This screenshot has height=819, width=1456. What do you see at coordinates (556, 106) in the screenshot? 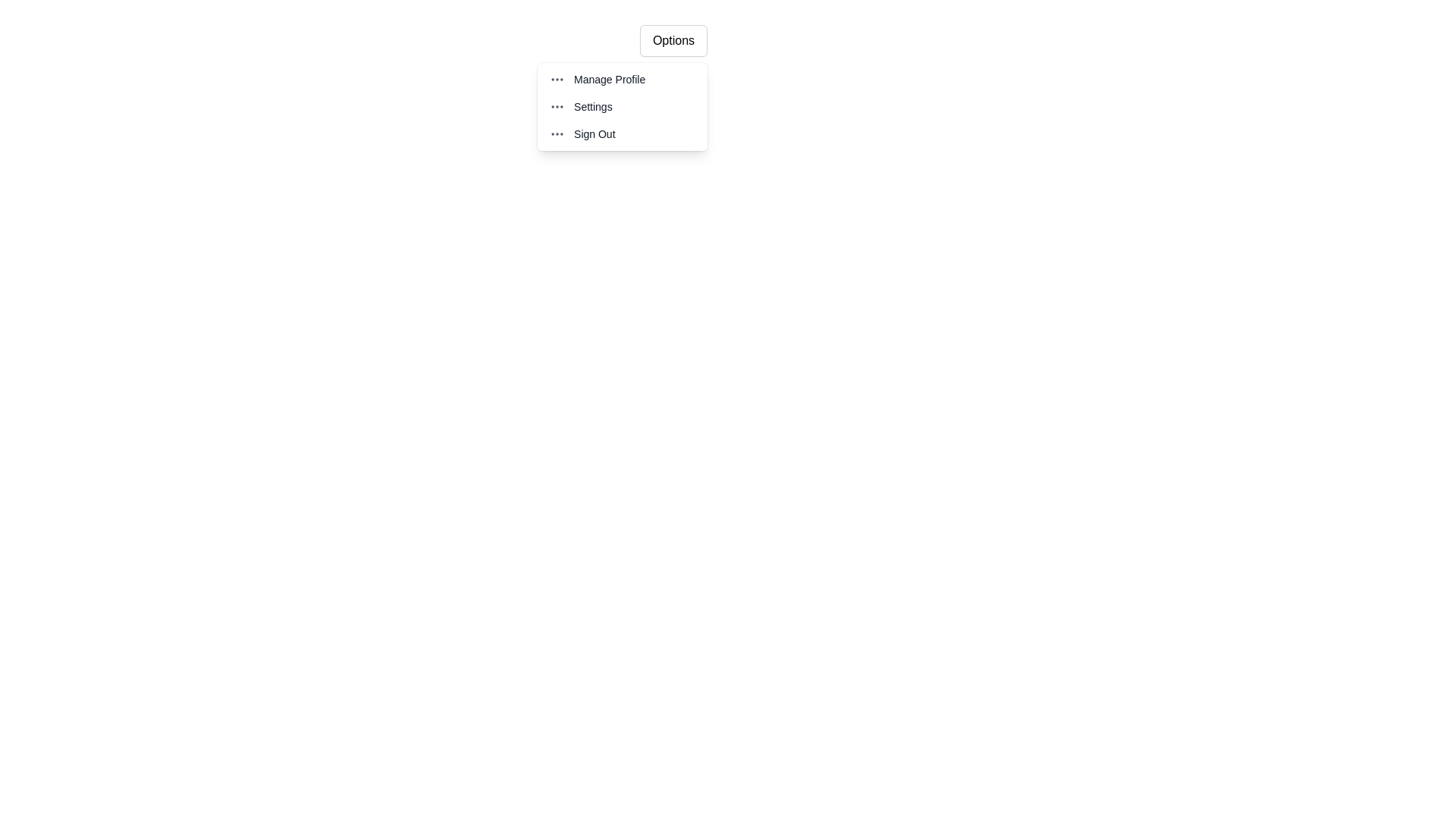
I see `the minimalist ellipsis icon consisting of three horizontally aligned dots, located to the left of the 'Settings' label` at bounding box center [556, 106].